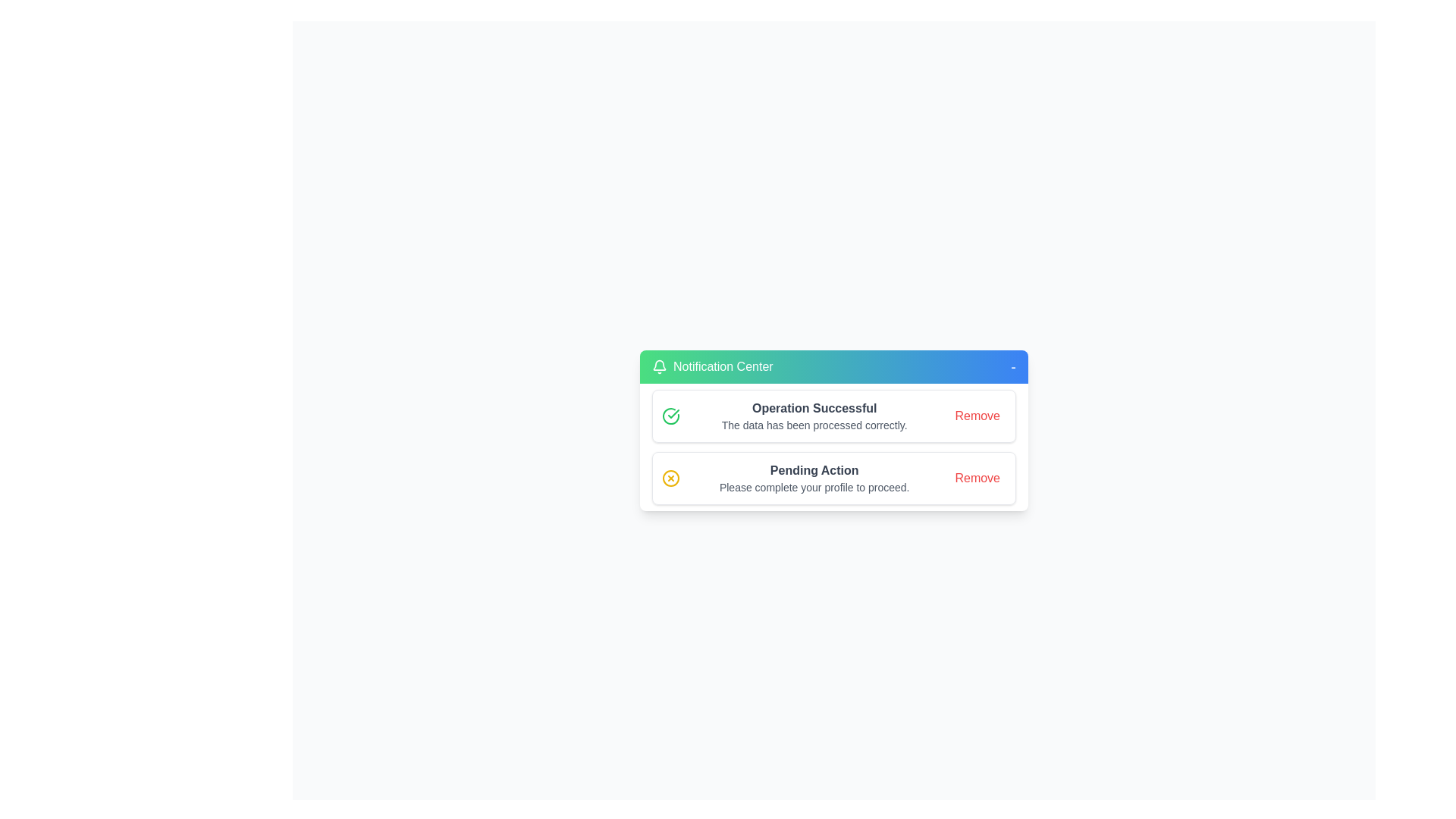 The width and height of the screenshot is (1456, 819). What do you see at coordinates (814, 425) in the screenshot?
I see `displayed text of the message confirming the successful processing of data, located beneath the header 'Operation Successful' in the top notification entry` at bounding box center [814, 425].